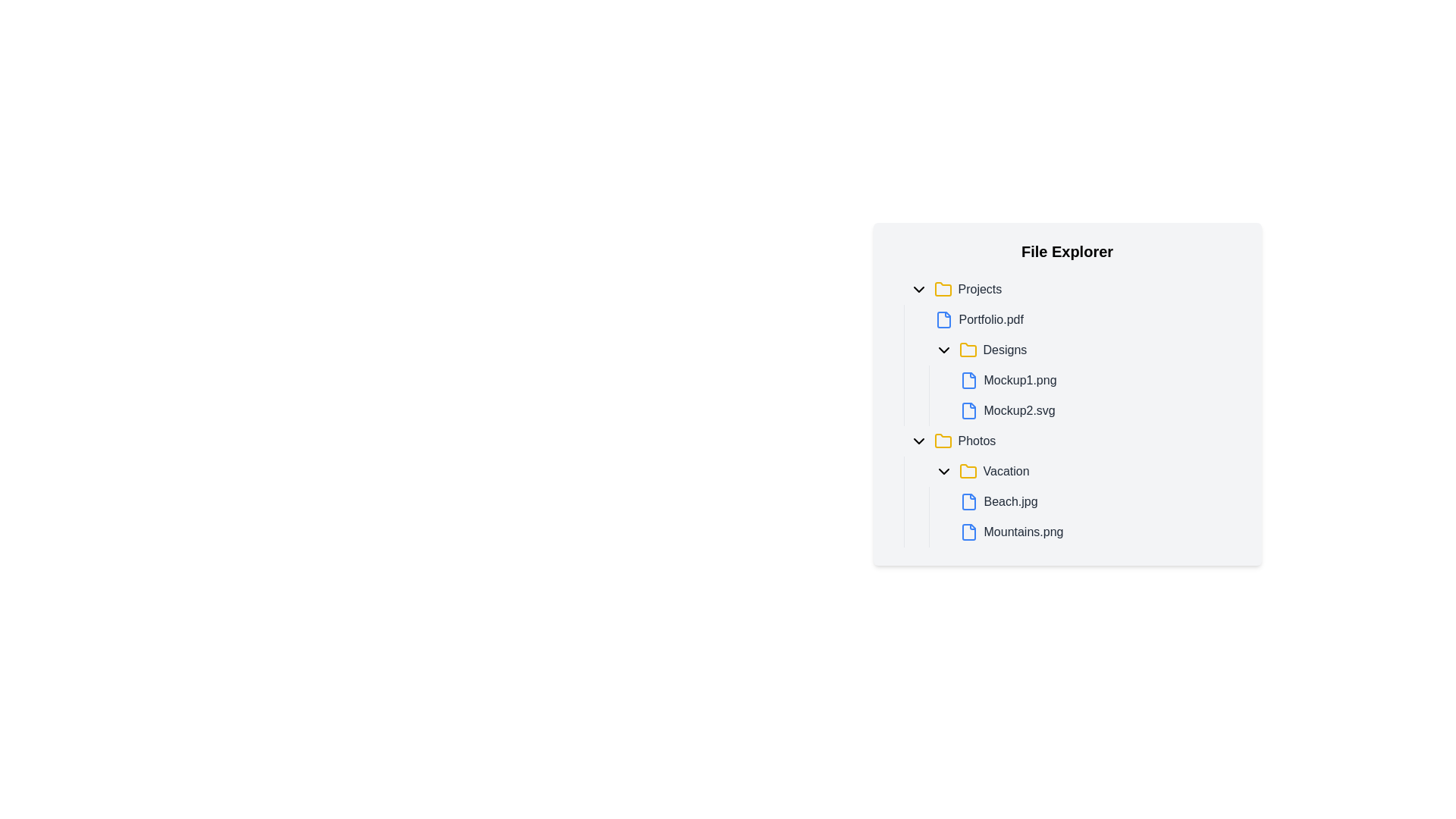  What do you see at coordinates (1098, 379) in the screenshot?
I see `the 'Mockup1.png' file entry in the file explorer` at bounding box center [1098, 379].